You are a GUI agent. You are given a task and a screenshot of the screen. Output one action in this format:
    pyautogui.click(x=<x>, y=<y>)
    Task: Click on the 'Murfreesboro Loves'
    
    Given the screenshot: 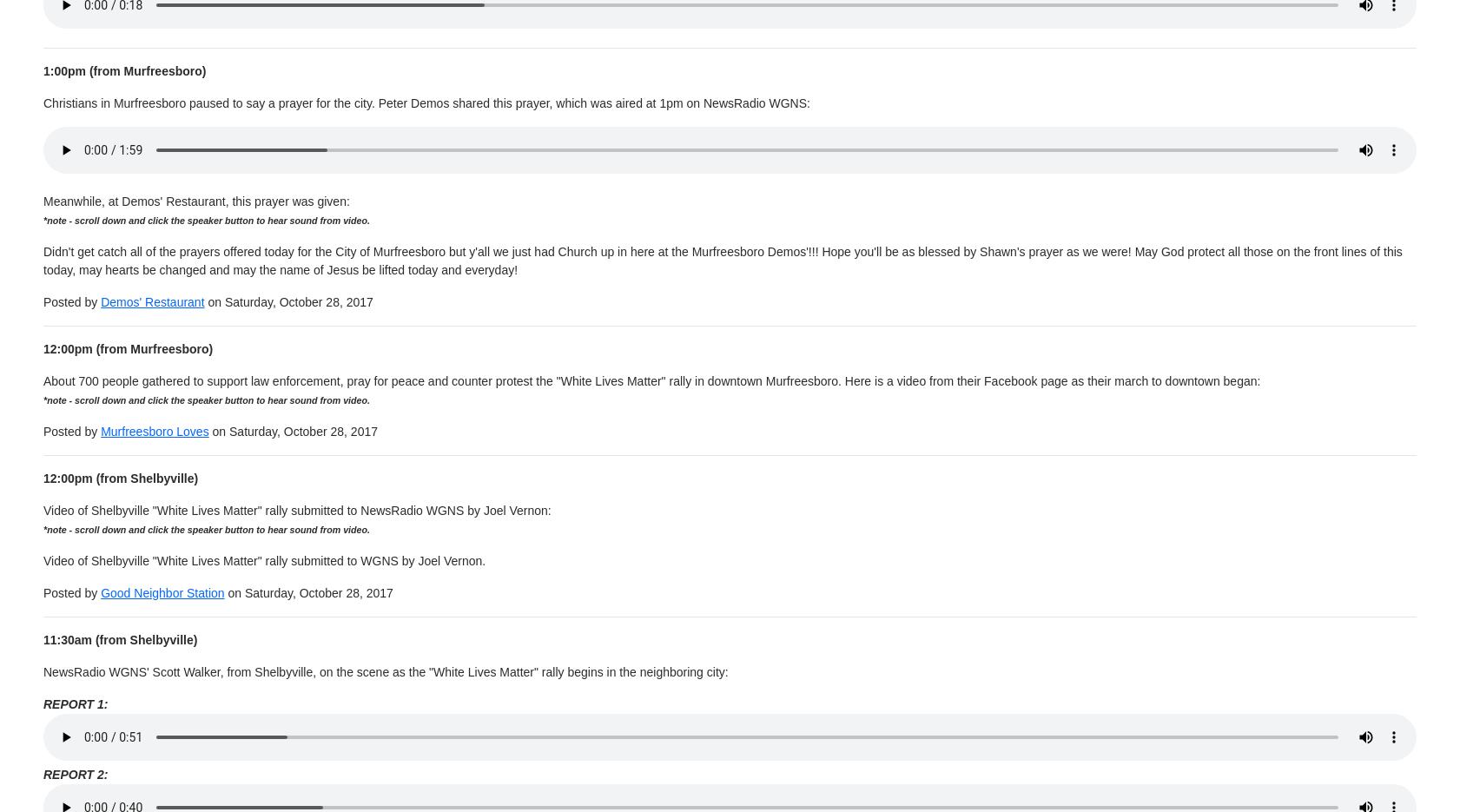 What is the action you would take?
    pyautogui.click(x=99, y=431)
    